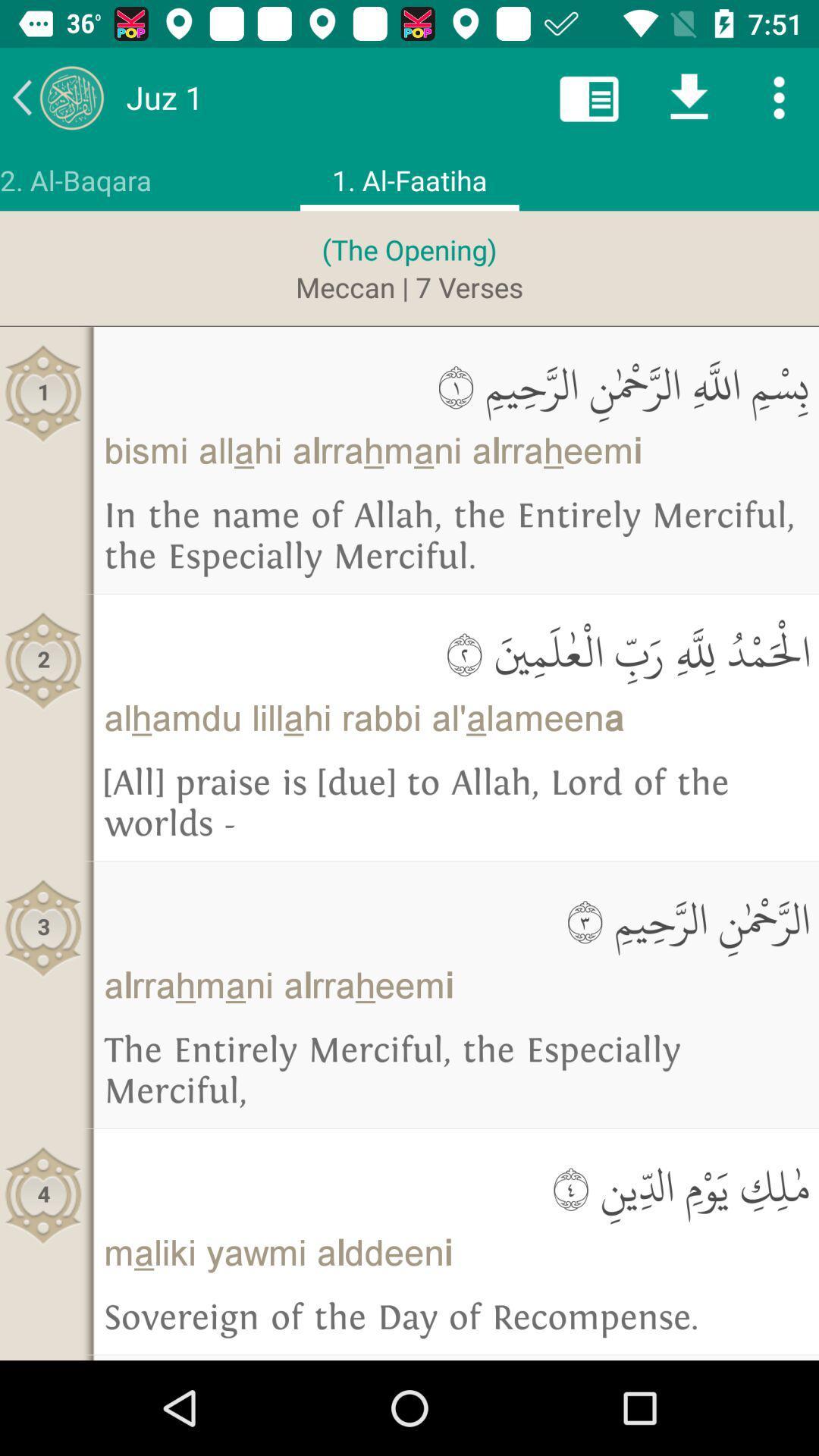  What do you see at coordinates (779, 96) in the screenshot?
I see `options` at bounding box center [779, 96].